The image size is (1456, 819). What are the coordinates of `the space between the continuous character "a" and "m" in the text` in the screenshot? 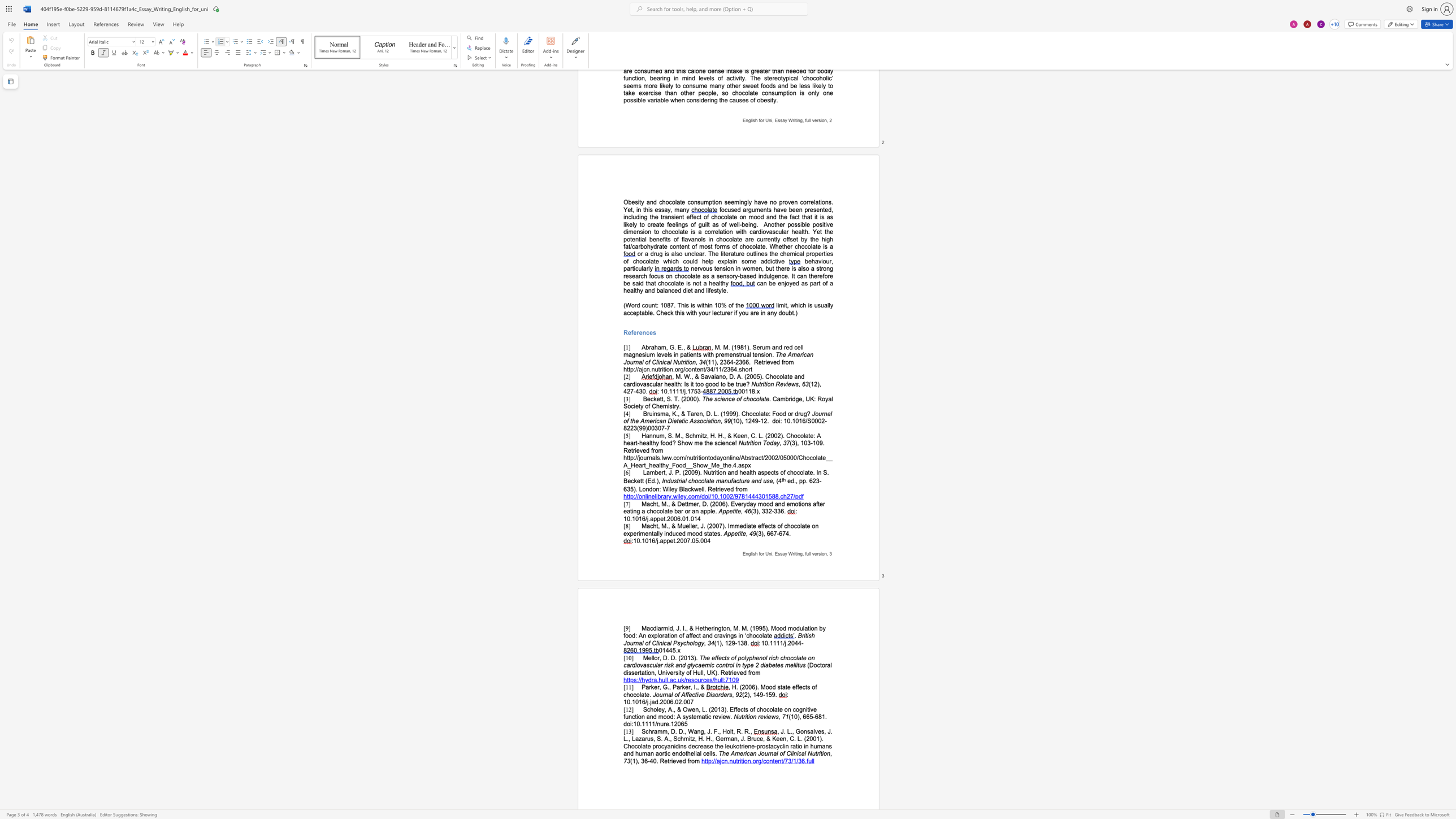 It's located at (649, 472).